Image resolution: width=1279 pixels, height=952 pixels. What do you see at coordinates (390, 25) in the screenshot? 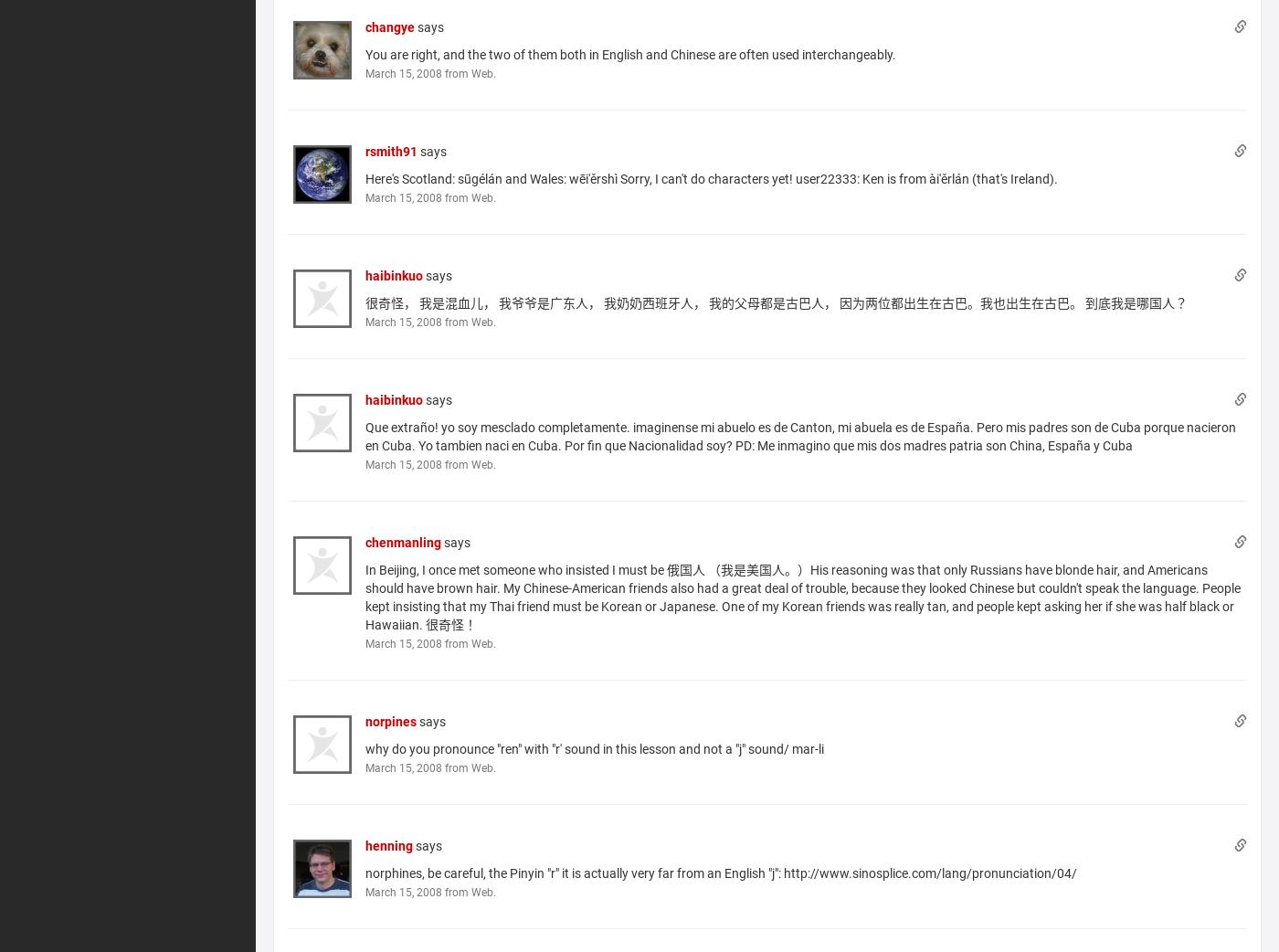
I see `'changye'` at bounding box center [390, 25].